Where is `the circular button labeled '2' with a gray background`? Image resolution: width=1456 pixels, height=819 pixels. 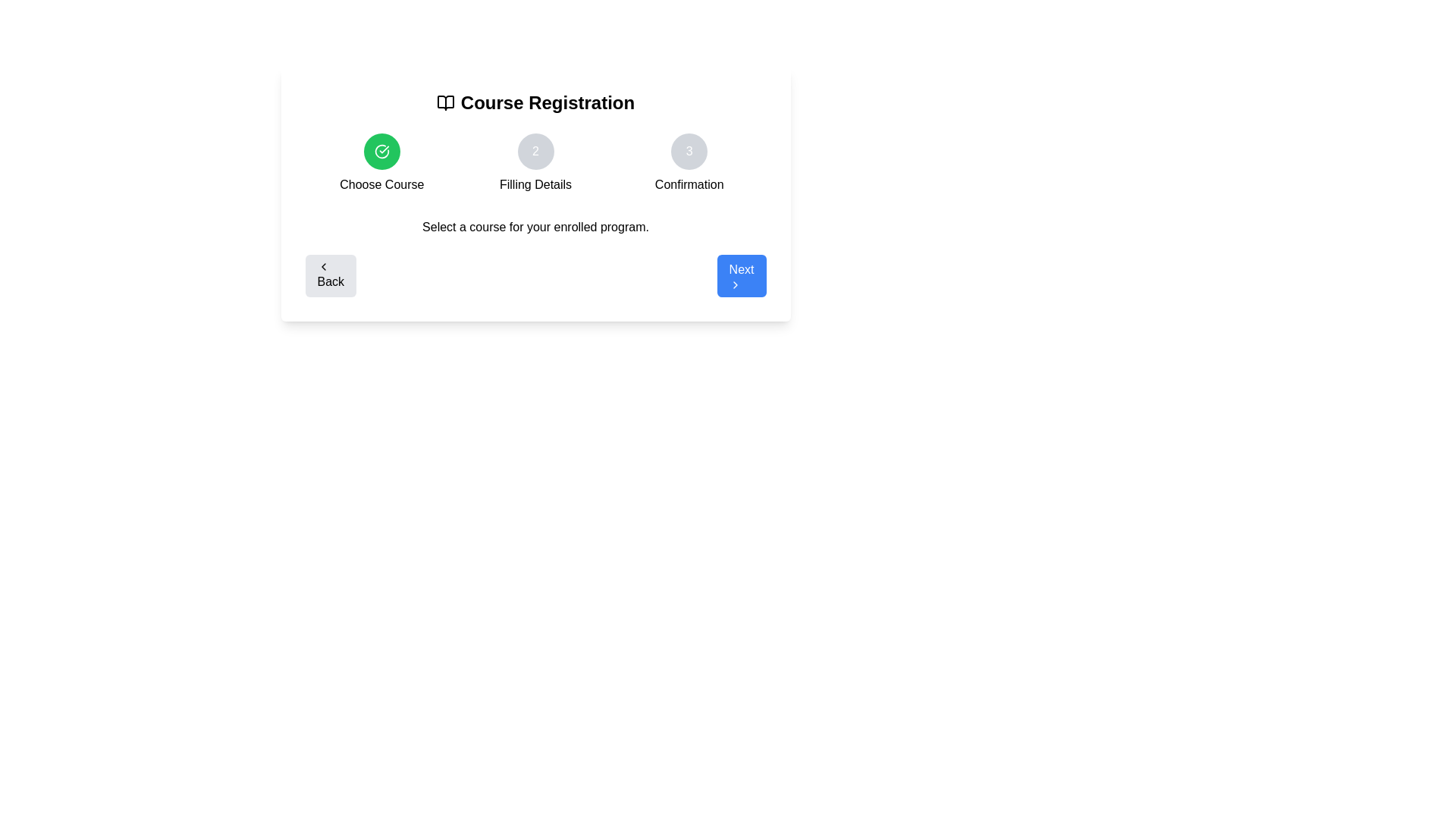
the circular button labeled '2' with a gray background is located at coordinates (535, 152).